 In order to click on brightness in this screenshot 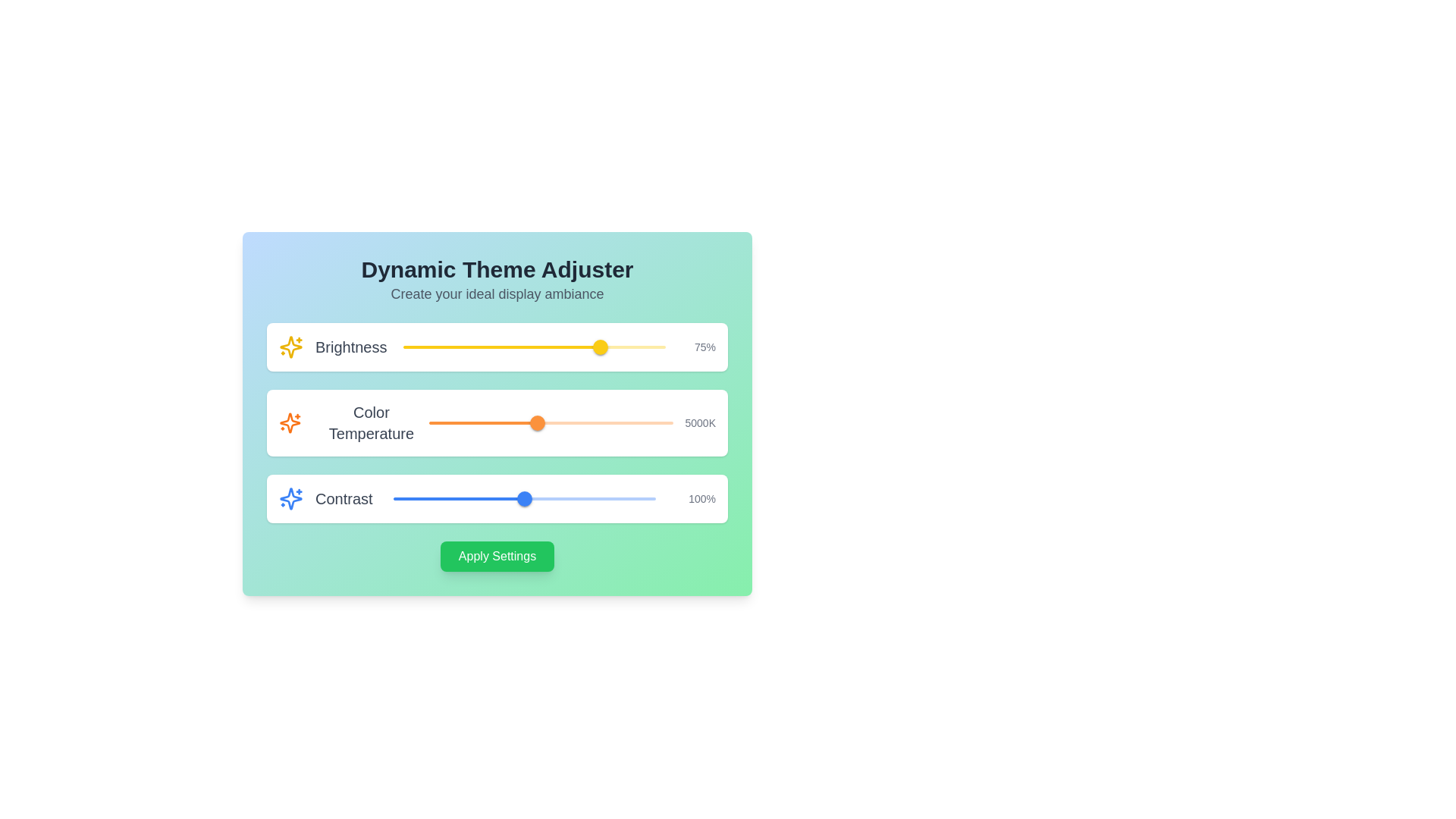, I will do `click(610, 347)`.